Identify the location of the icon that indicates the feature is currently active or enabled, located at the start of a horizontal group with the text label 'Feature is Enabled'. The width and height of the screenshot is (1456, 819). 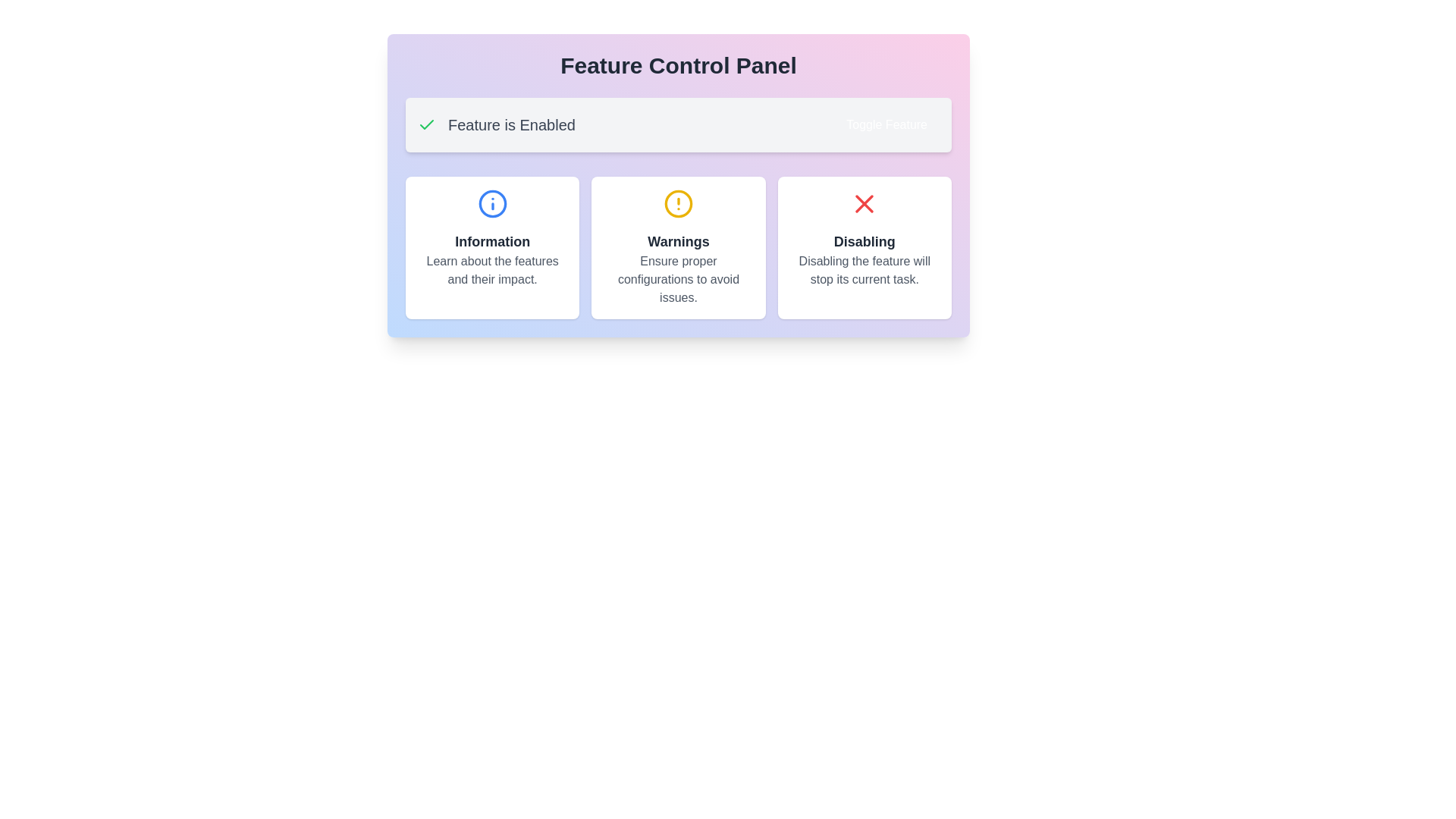
(425, 124).